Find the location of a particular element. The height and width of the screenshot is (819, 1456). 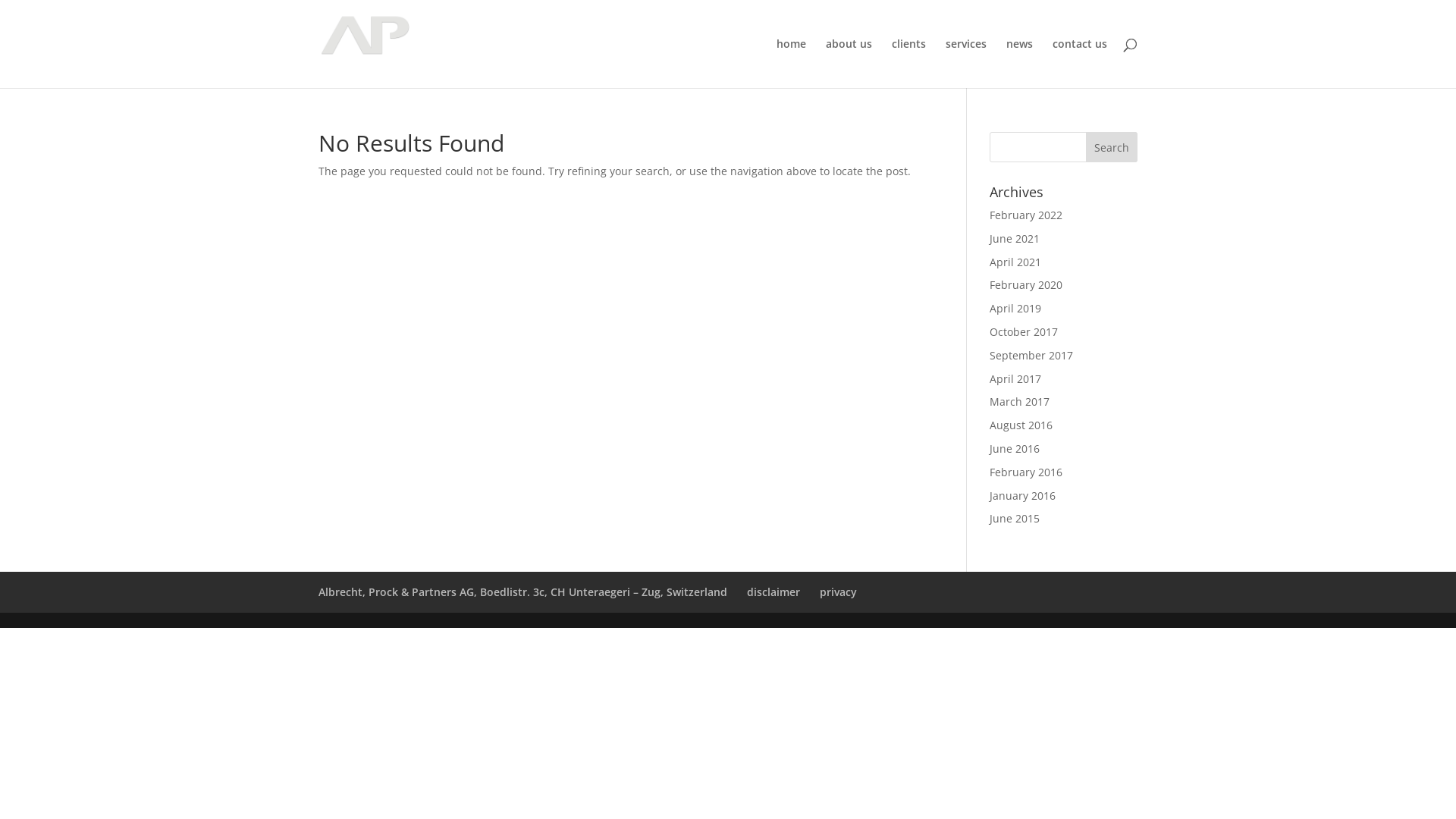

'disclaimer' is located at coordinates (773, 591).